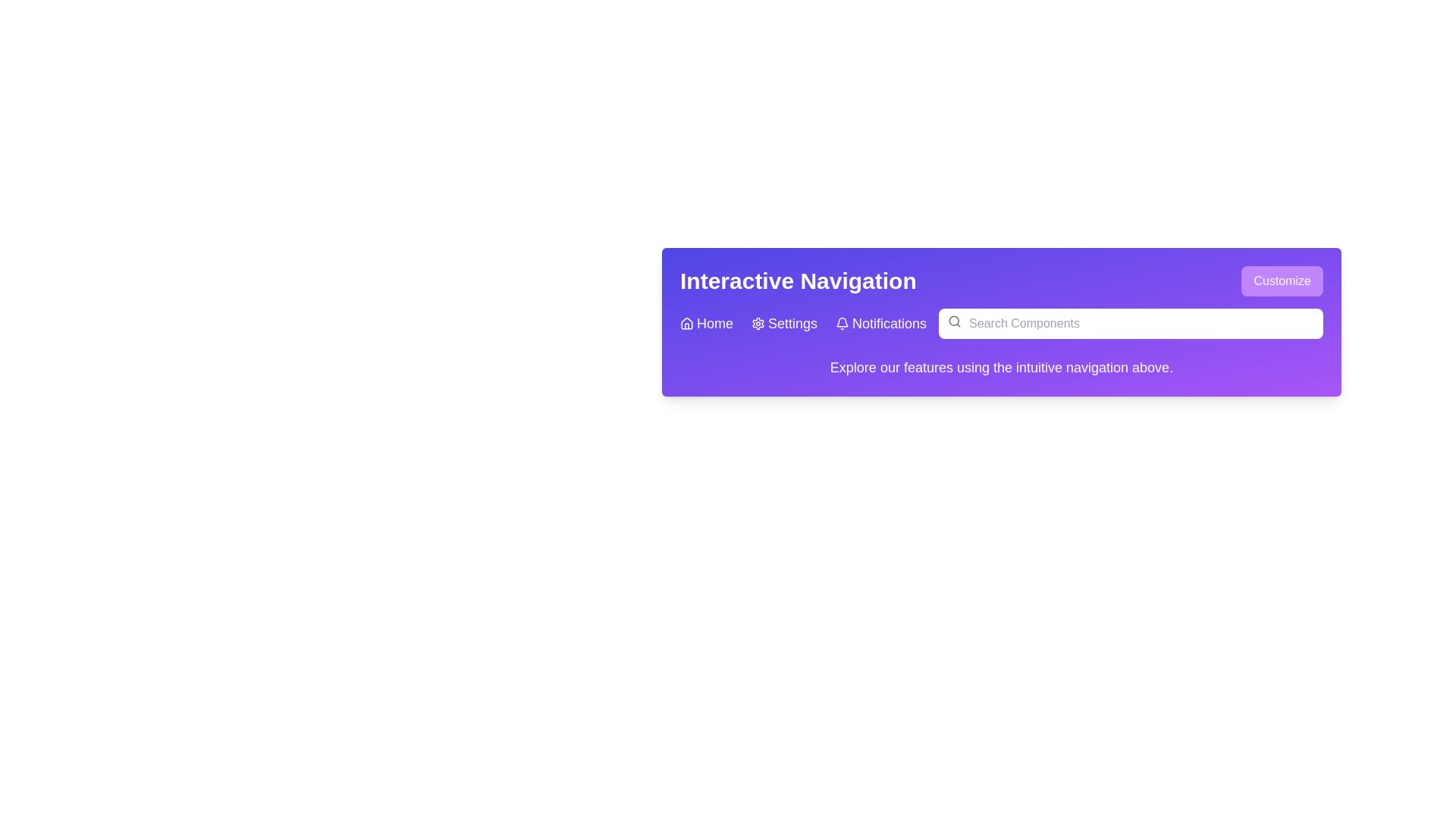 The image size is (1456, 819). Describe the element at coordinates (881, 323) in the screenshot. I see `the interactive link with icon and text that serves as a navigation link` at that location.